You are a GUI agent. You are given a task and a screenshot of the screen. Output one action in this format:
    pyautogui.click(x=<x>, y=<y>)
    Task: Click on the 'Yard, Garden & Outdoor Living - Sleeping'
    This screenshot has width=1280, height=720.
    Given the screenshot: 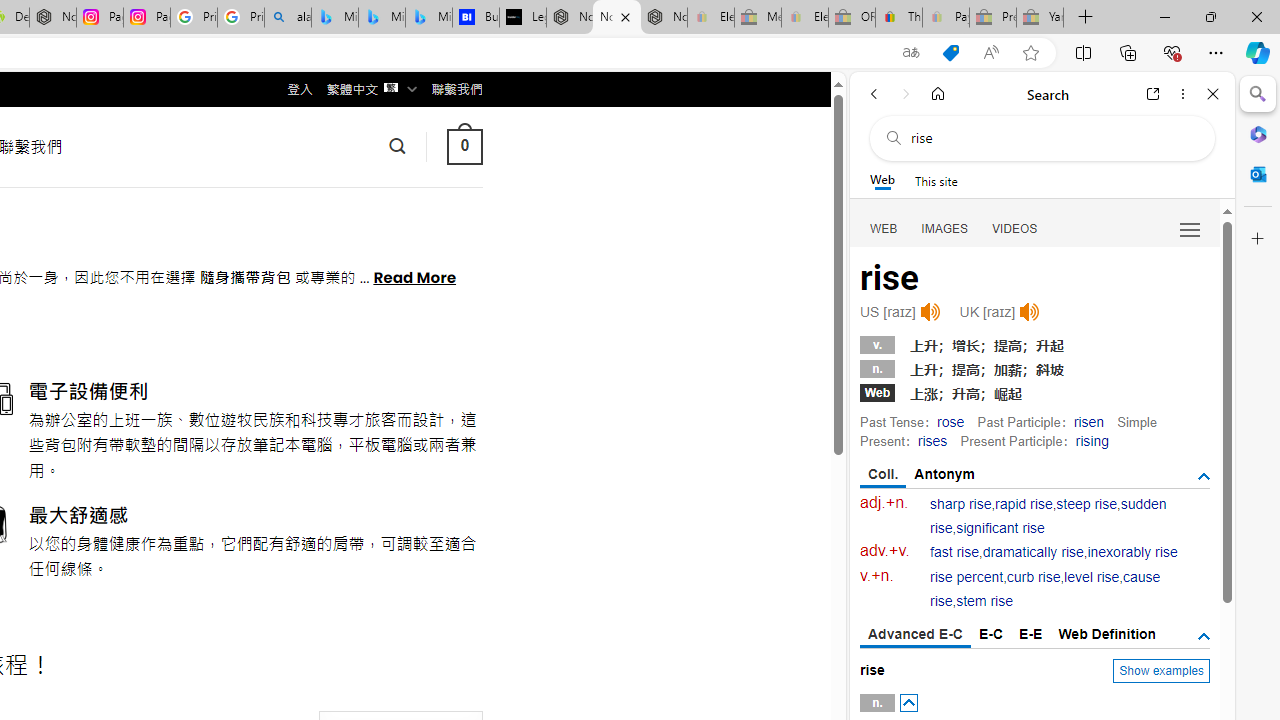 What is the action you would take?
    pyautogui.click(x=1040, y=17)
    